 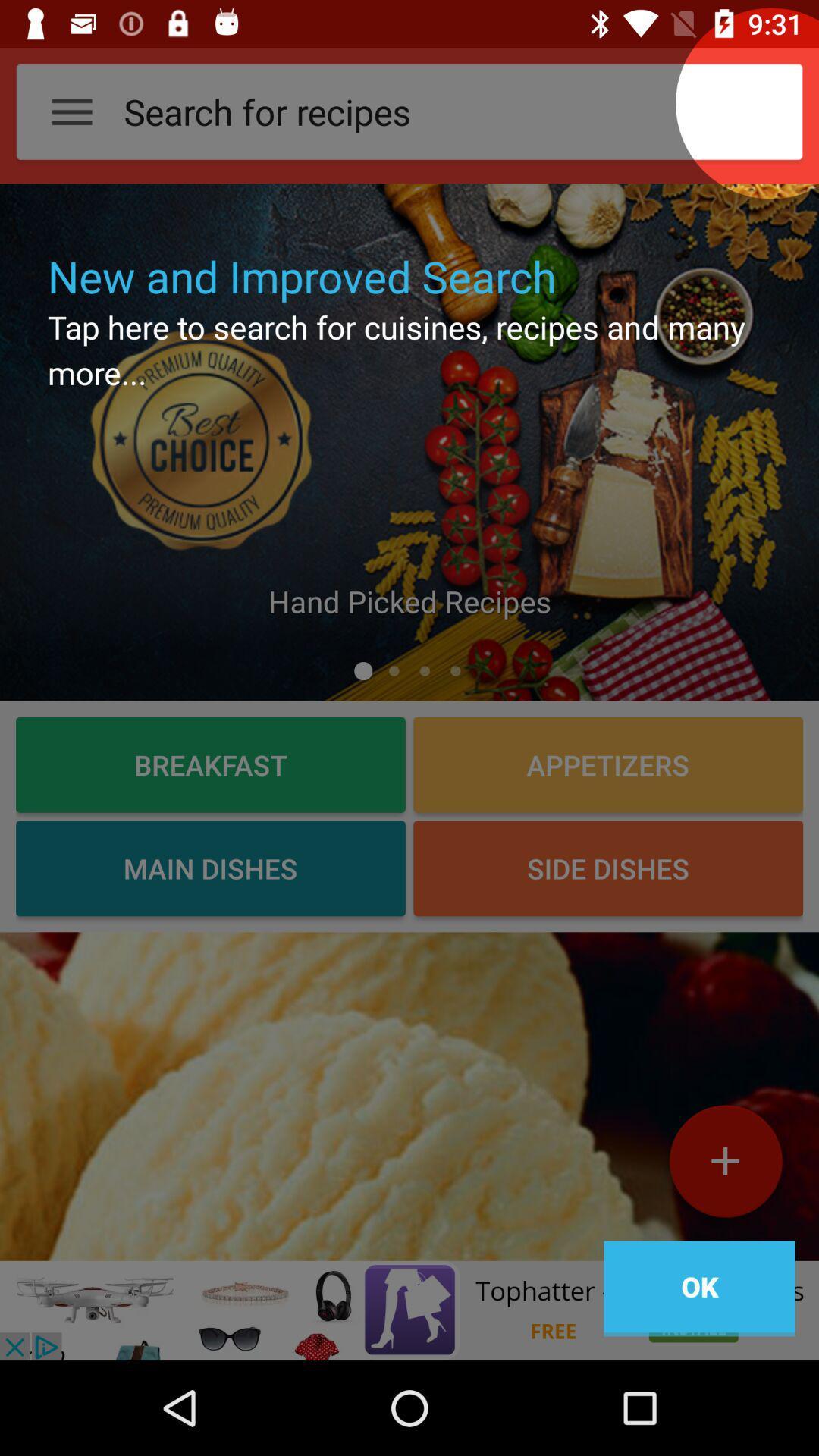 I want to click on hand picked recipes option, so click(x=409, y=441).